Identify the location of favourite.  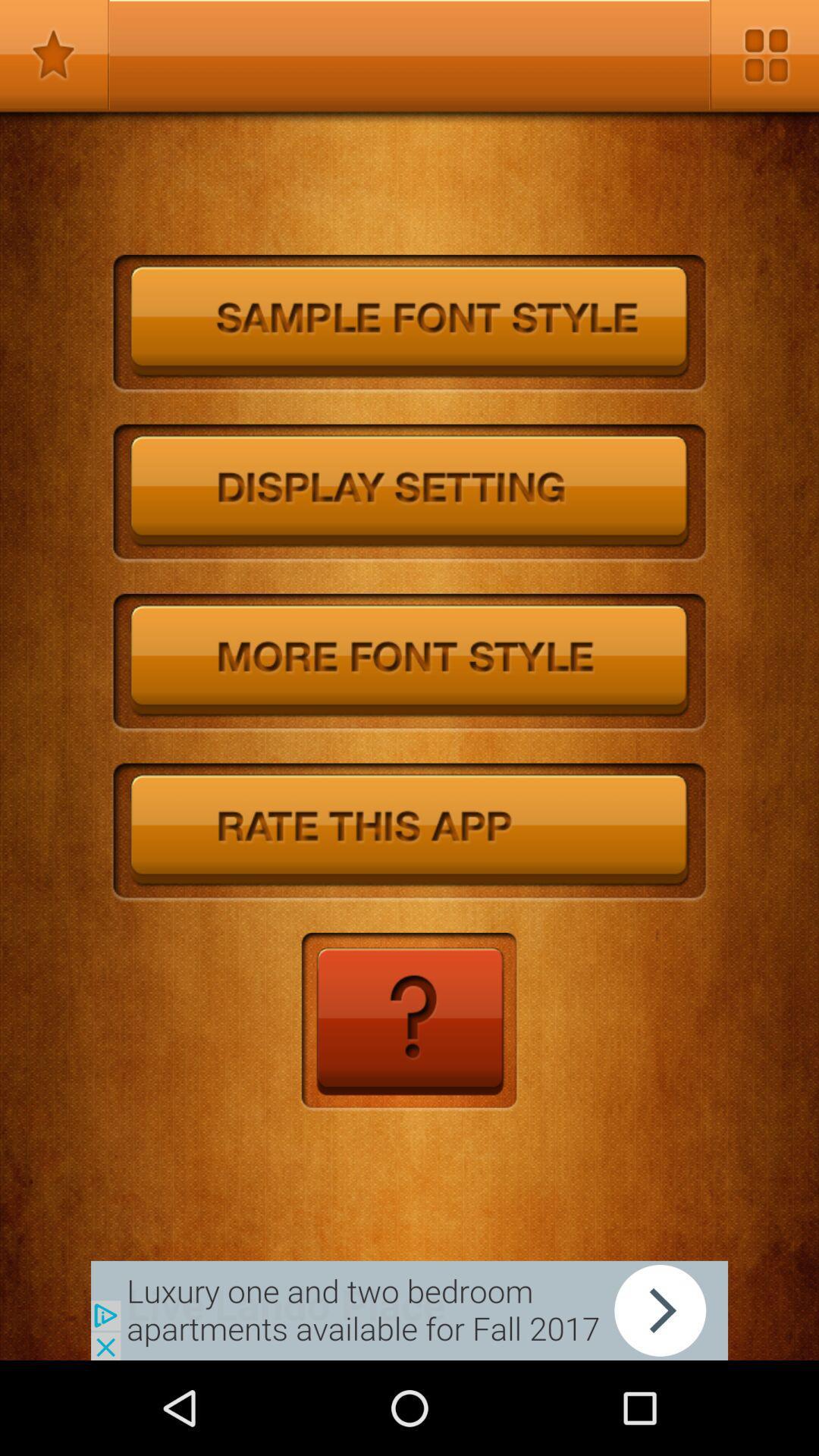
(54, 55).